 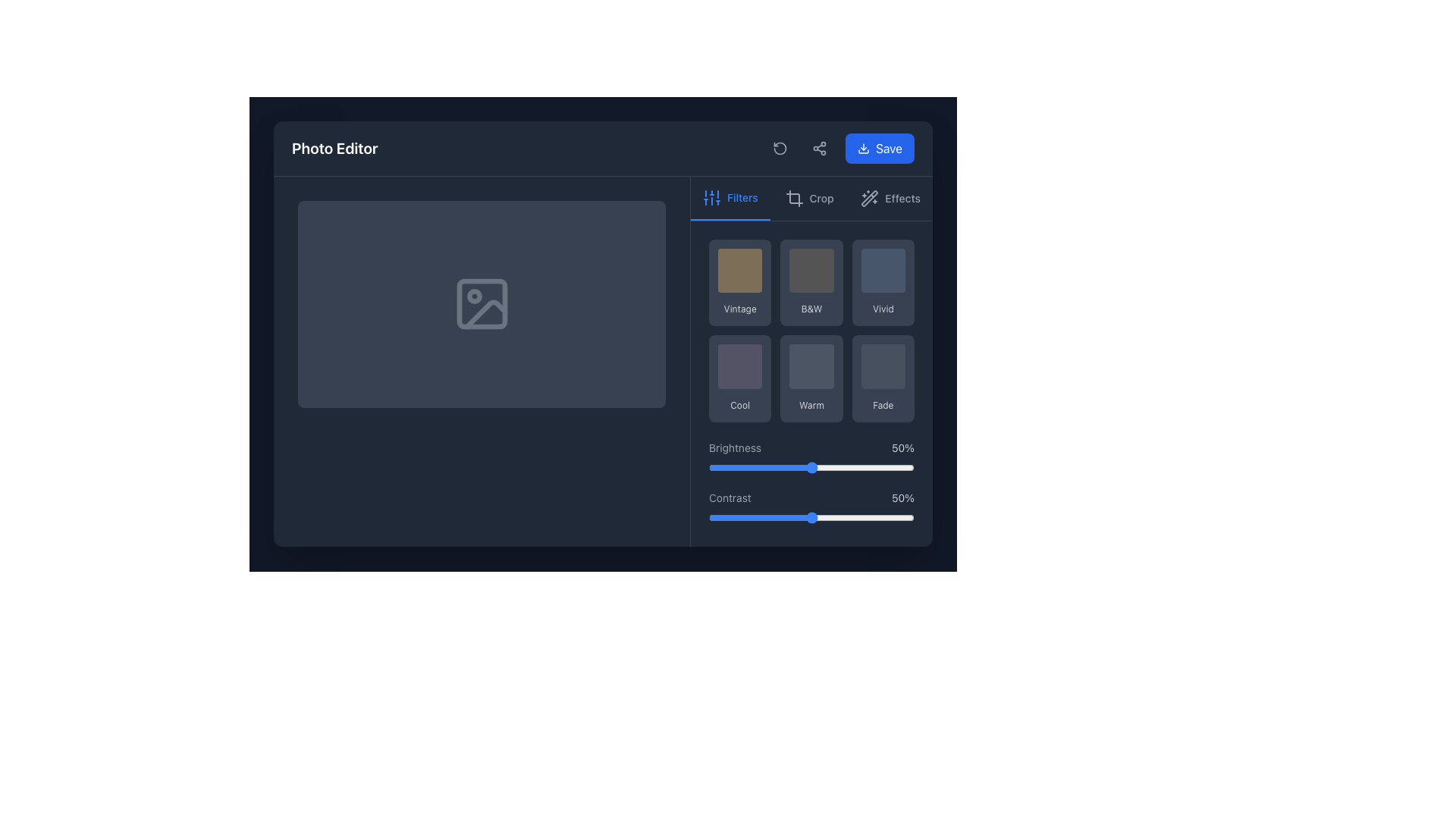 What do you see at coordinates (890, 466) in the screenshot?
I see `the slider` at bounding box center [890, 466].